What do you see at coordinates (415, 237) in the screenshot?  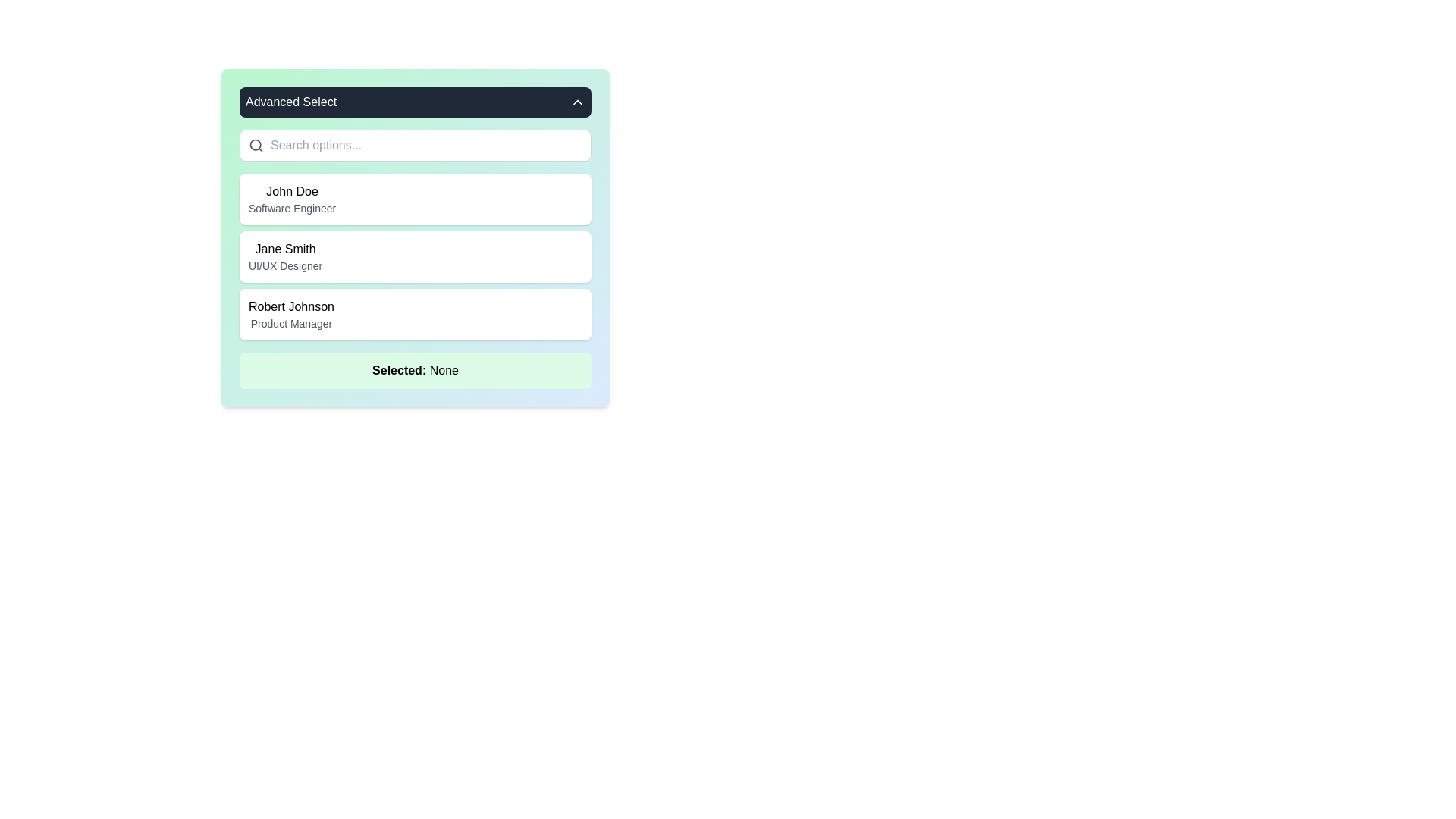 I see `the second interactive entry in the list representing 'Jane Smith'` at bounding box center [415, 237].